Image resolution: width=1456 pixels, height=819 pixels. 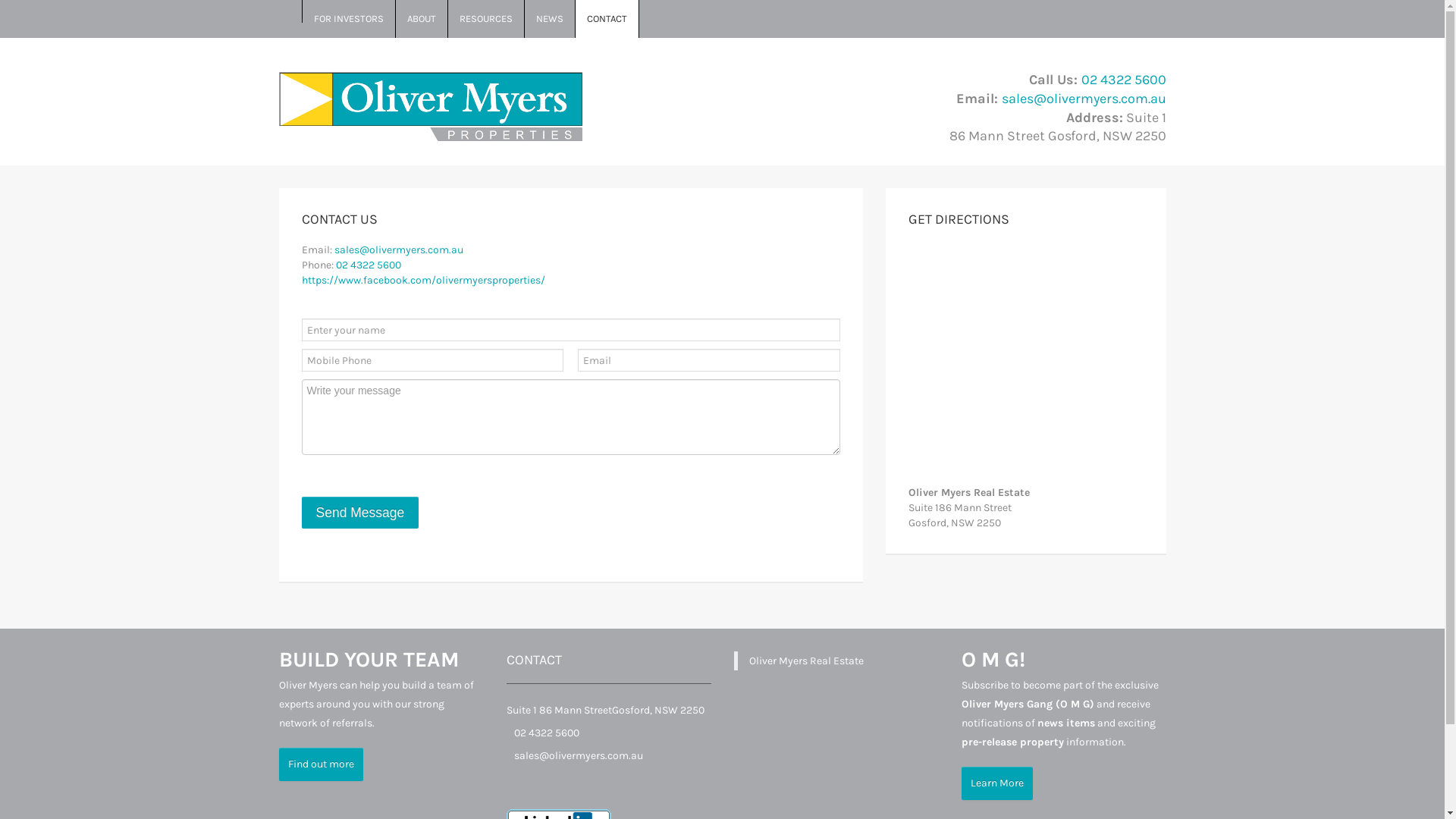 I want to click on 'ABOUT', so click(x=422, y=18).